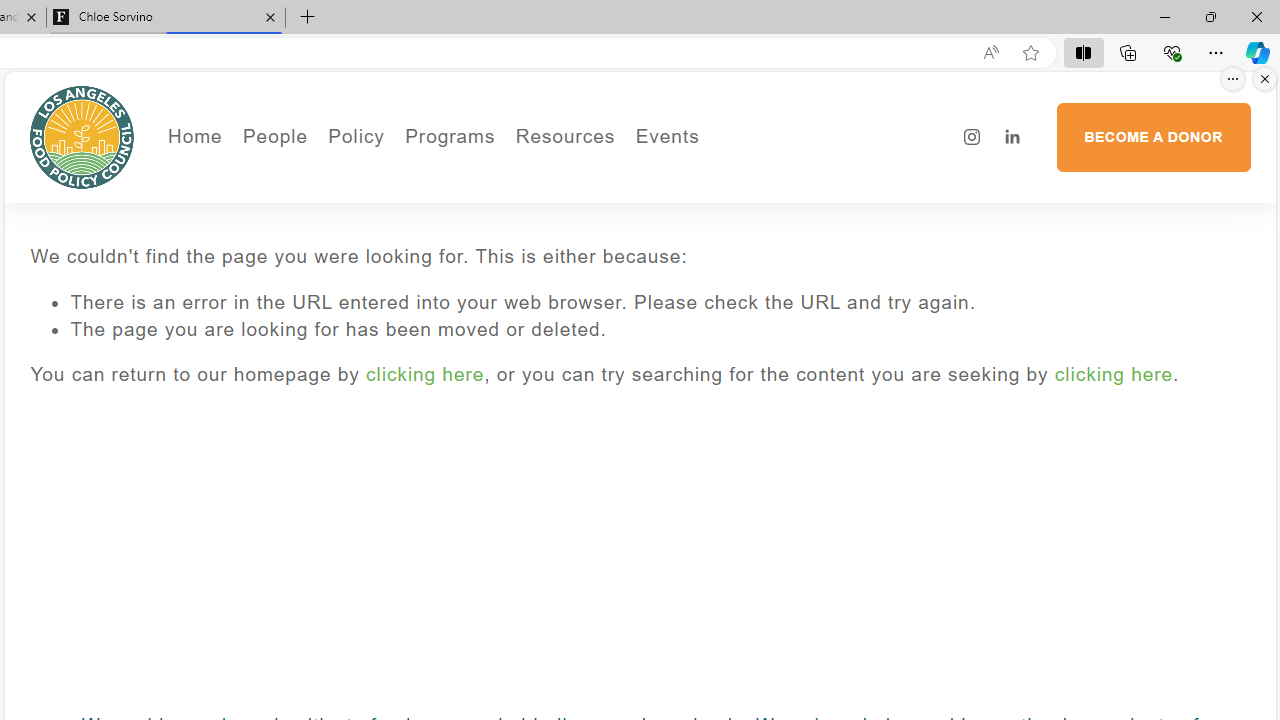 The width and height of the screenshot is (1280, 720). Describe the element at coordinates (564, 136) in the screenshot. I see `'Resources'` at that location.